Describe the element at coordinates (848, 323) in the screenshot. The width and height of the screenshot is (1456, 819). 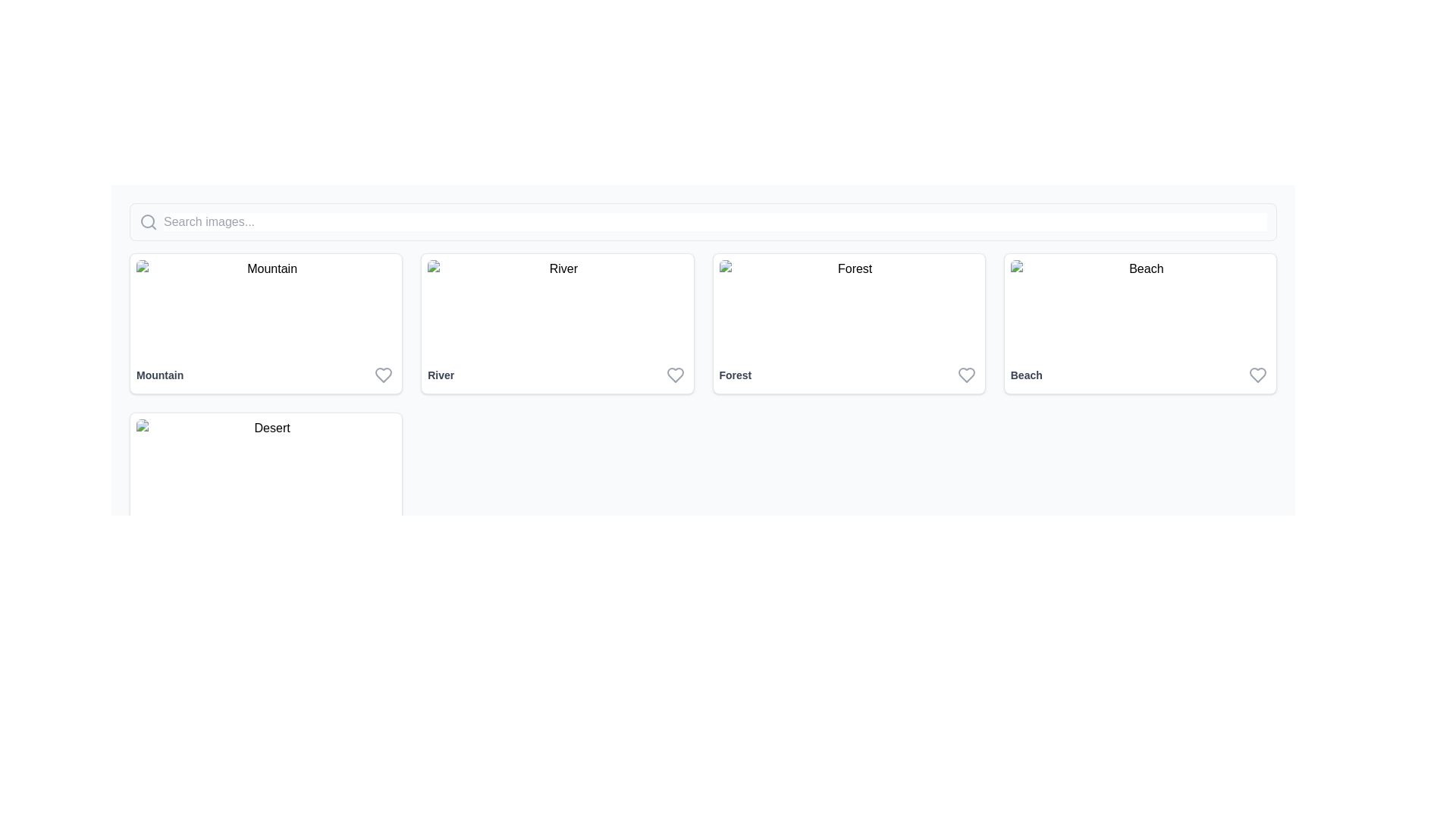
I see `the 'Forest' card, which is the third card in a row of four` at that location.